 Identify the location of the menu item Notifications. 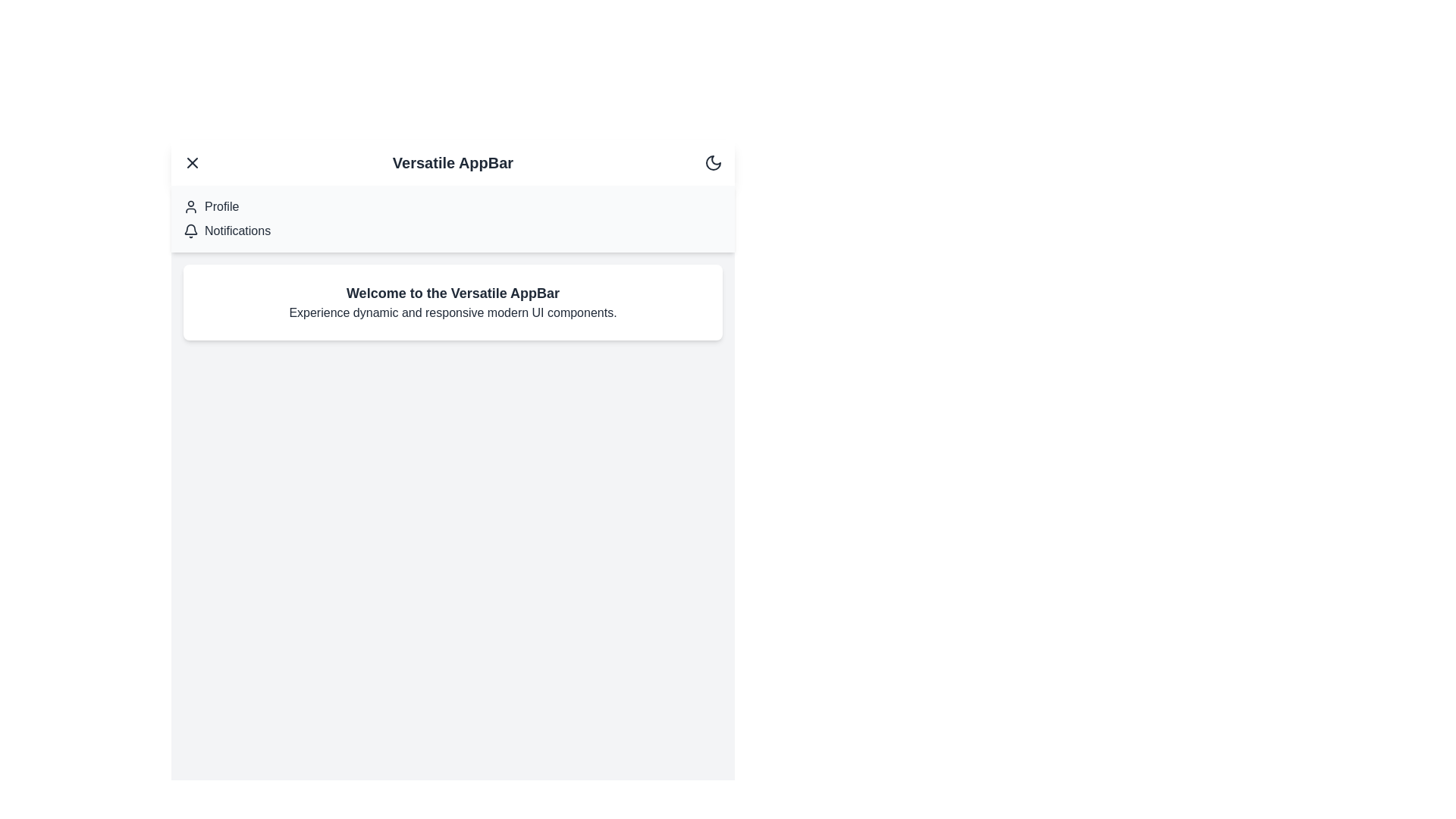
(192, 231).